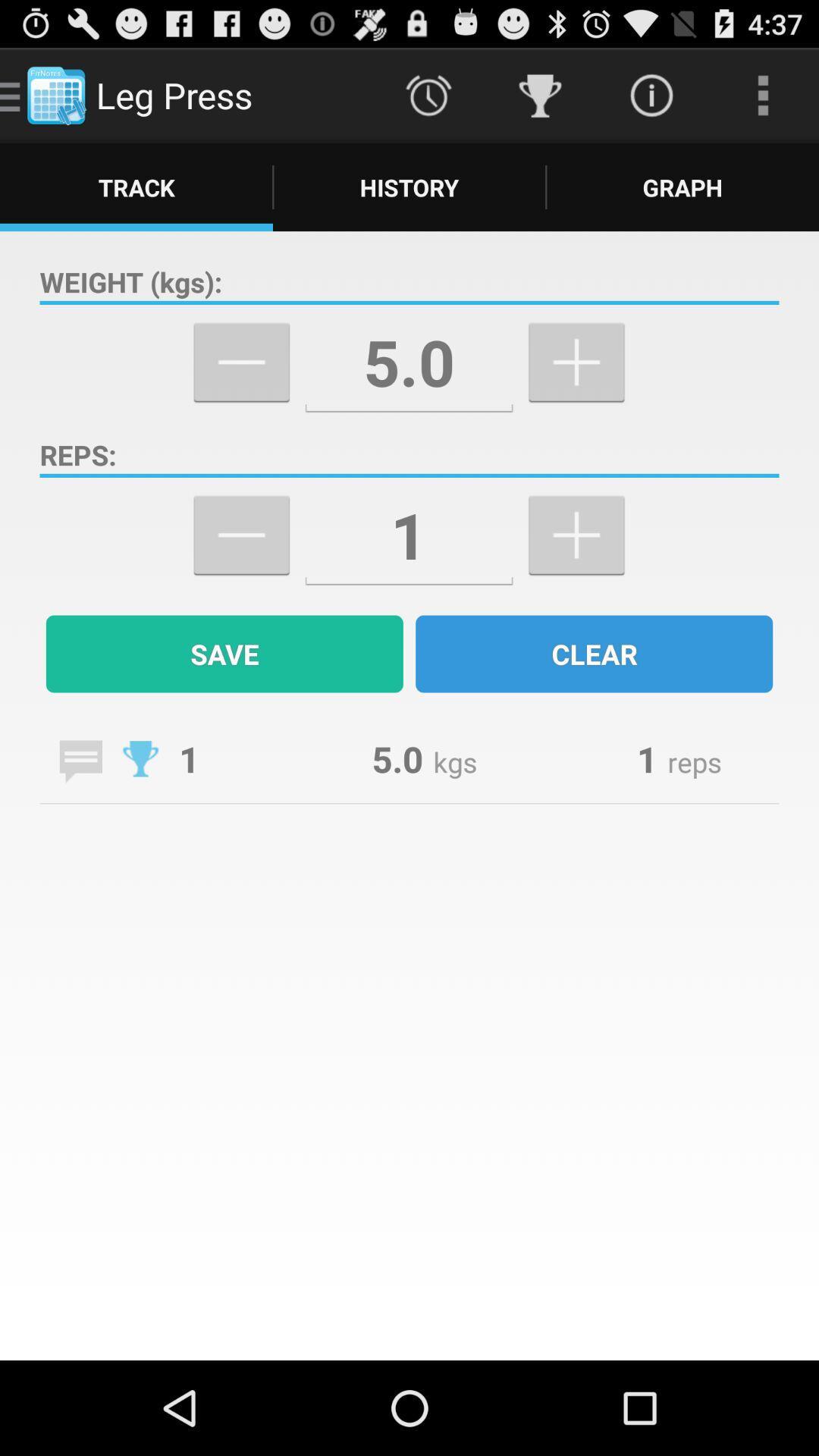 The width and height of the screenshot is (819, 1456). Describe the element at coordinates (240, 572) in the screenshot. I see `the minus icon` at that location.